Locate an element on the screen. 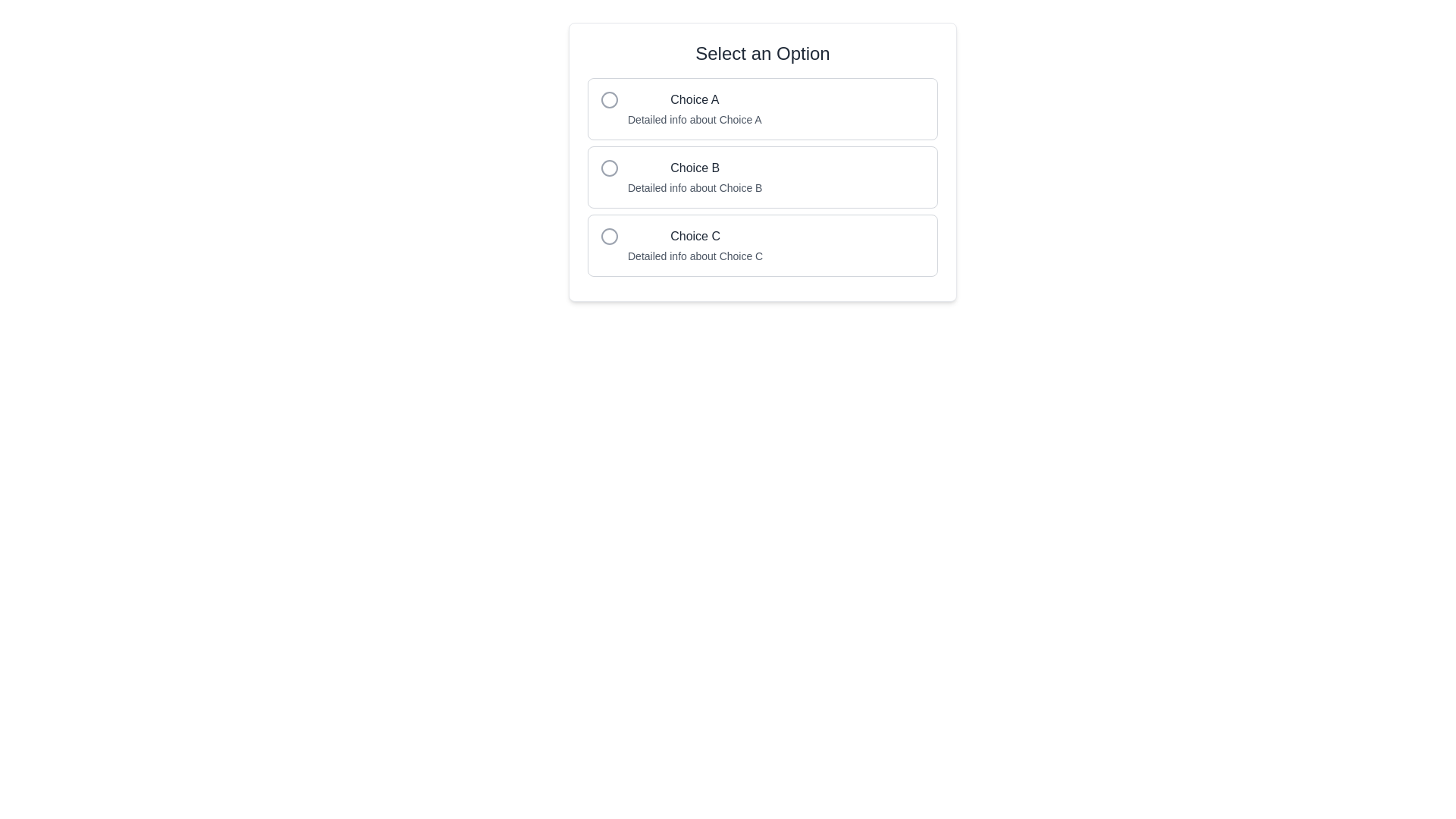 This screenshot has height=819, width=1456. the text label reading 'Choice B', which is styled with a medium-weight font in dark gray color and is part of a vertically stacked list of options is located at coordinates (694, 168).